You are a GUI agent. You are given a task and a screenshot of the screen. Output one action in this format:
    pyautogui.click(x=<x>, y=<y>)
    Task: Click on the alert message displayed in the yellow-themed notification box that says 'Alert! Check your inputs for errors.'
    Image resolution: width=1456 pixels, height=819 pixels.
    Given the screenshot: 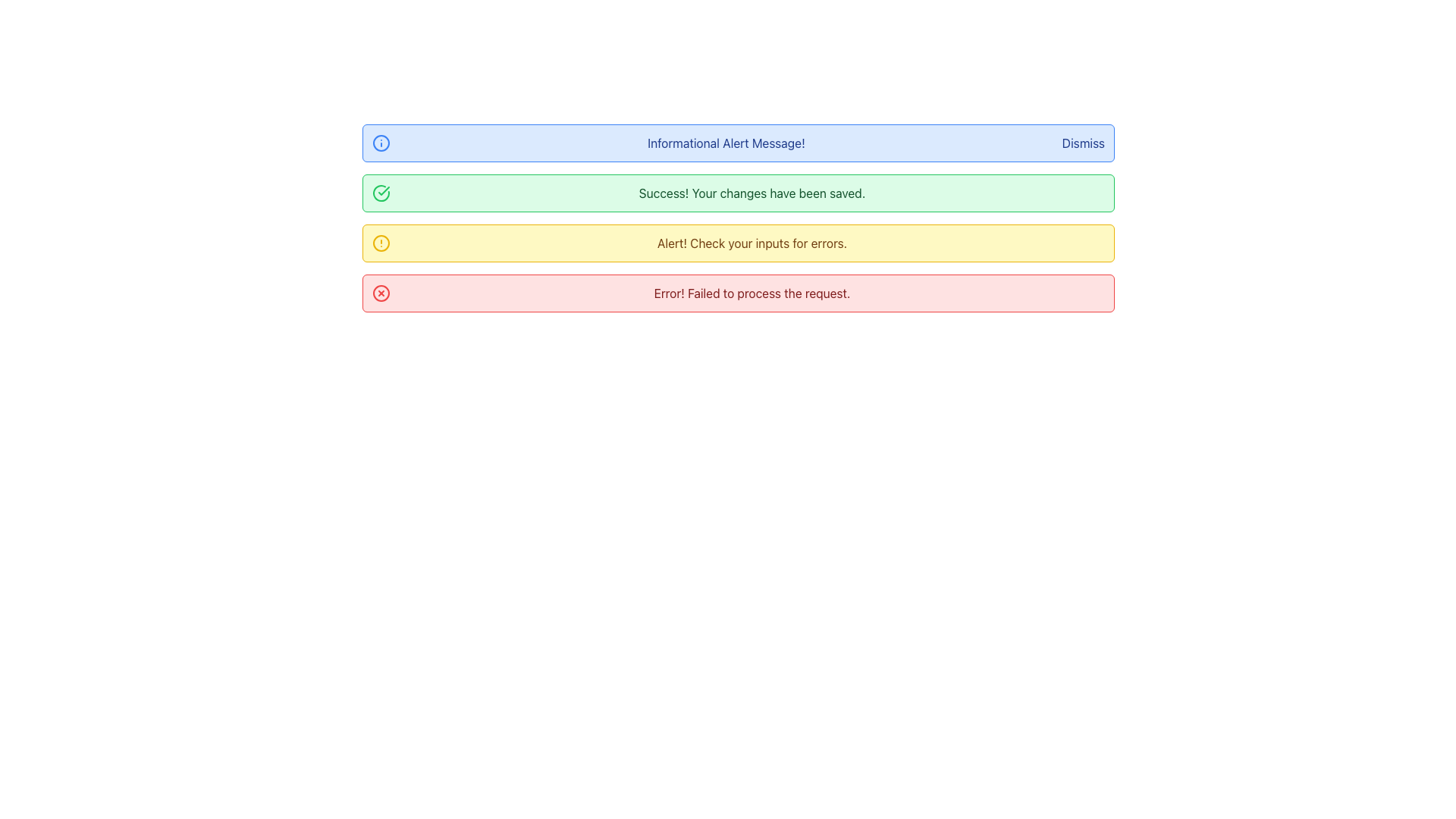 What is the action you would take?
    pyautogui.click(x=752, y=242)
    